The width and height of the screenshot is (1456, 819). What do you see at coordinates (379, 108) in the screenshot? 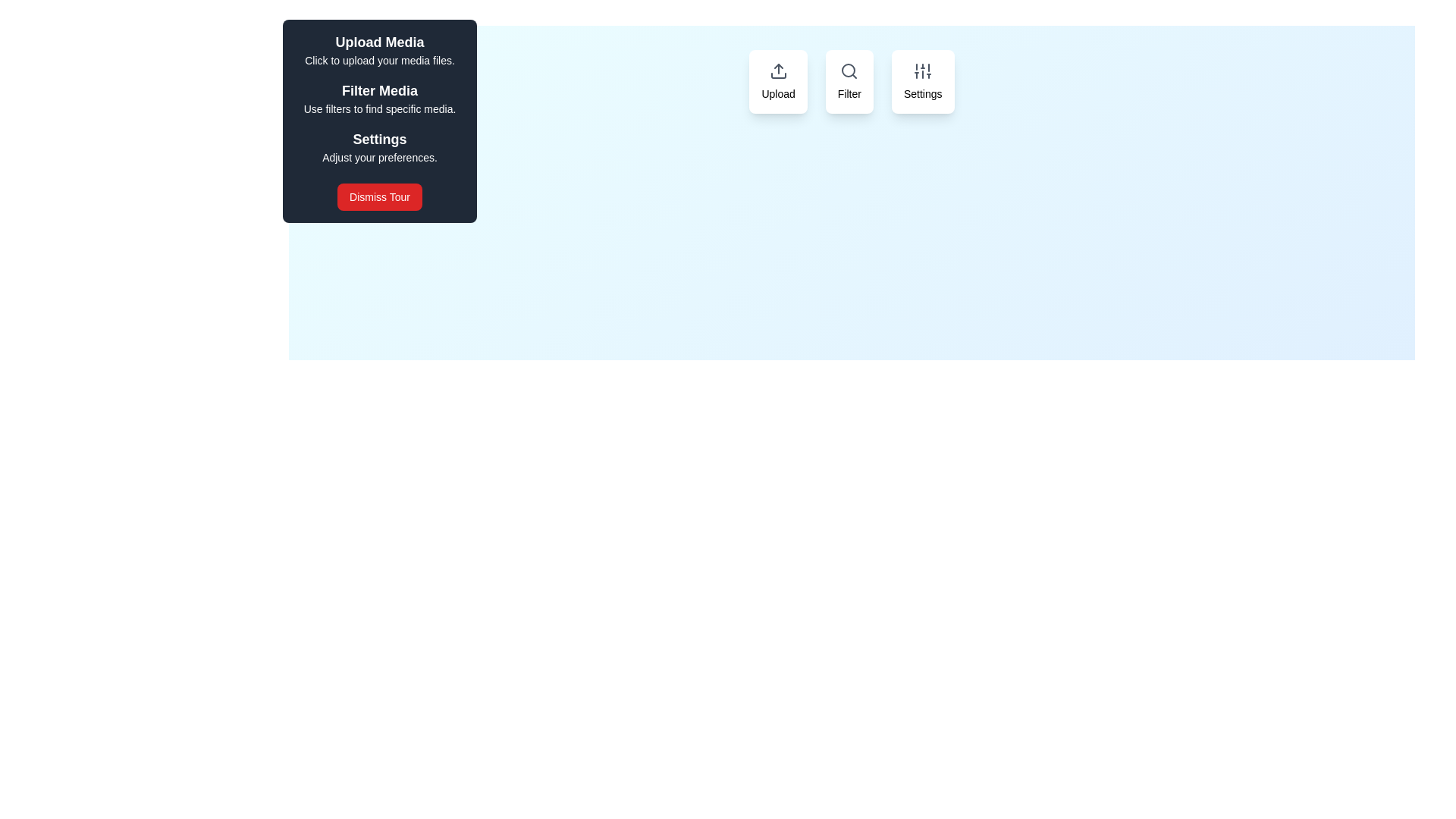
I see `the informational text that reads 'Use filters to find specific media.' positioned below the title 'Filter Media' and above the 'Settings' section` at bounding box center [379, 108].